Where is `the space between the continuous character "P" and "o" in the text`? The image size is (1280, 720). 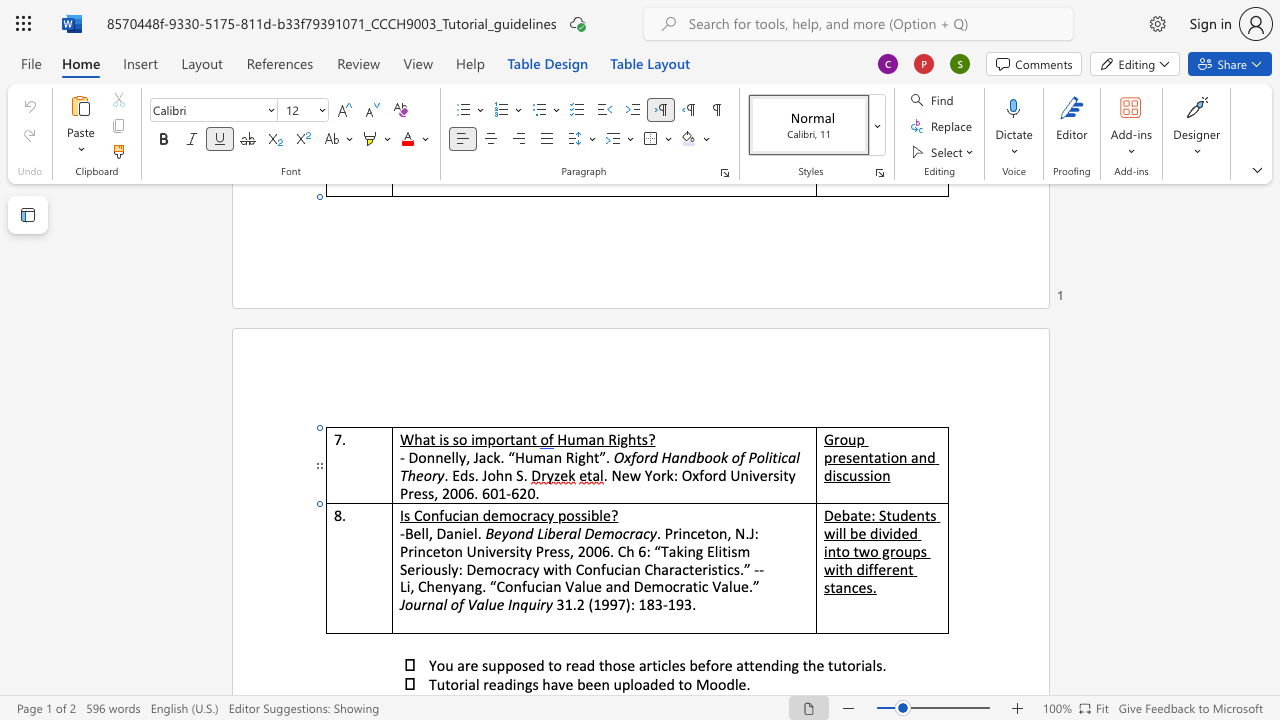
the space between the continuous character "P" and "o" in the text is located at coordinates (755, 457).